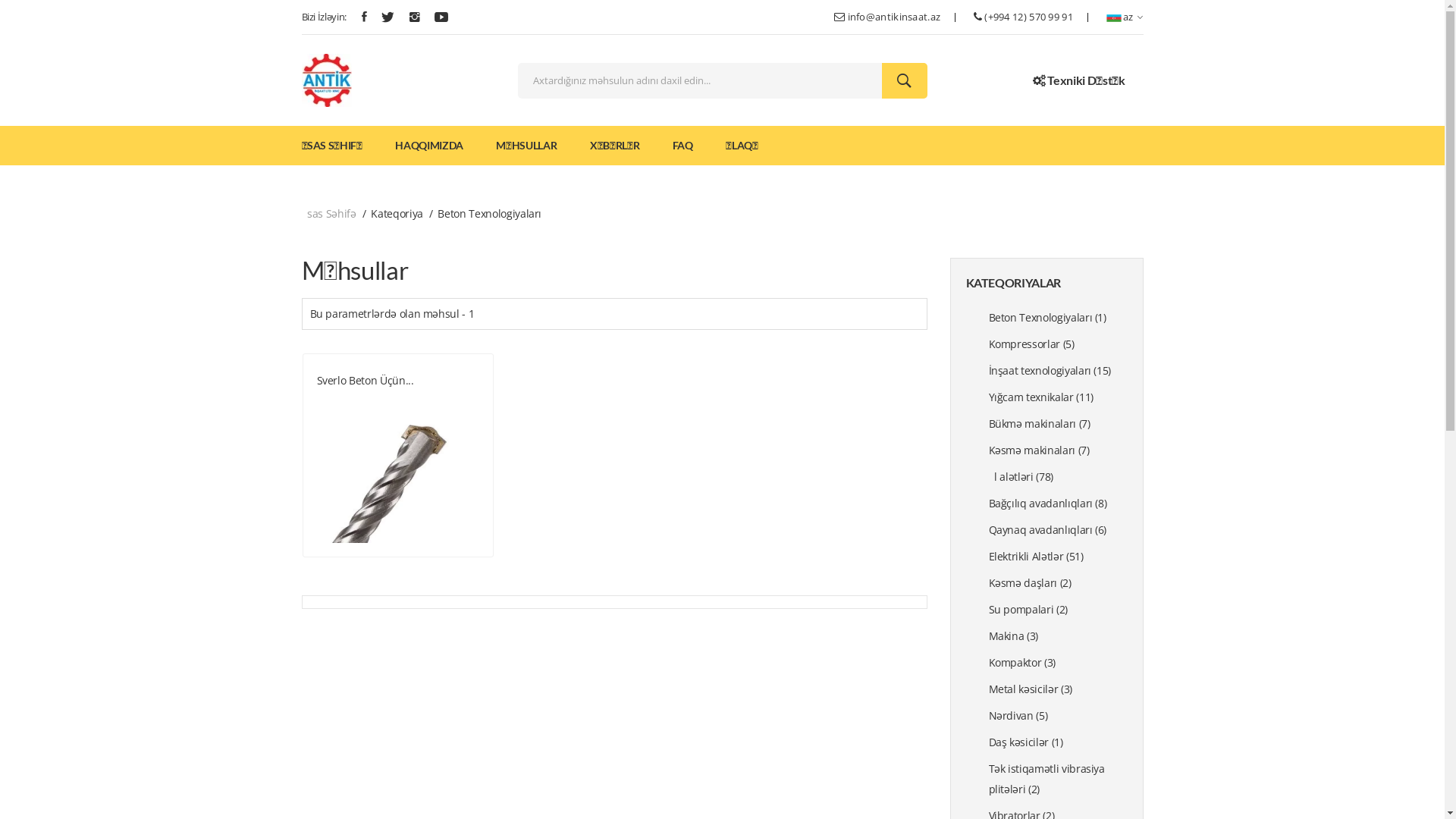 This screenshot has height=819, width=1456. Describe the element at coordinates (1057, 635) in the screenshot. I see `'Makina (3)'` at that location.